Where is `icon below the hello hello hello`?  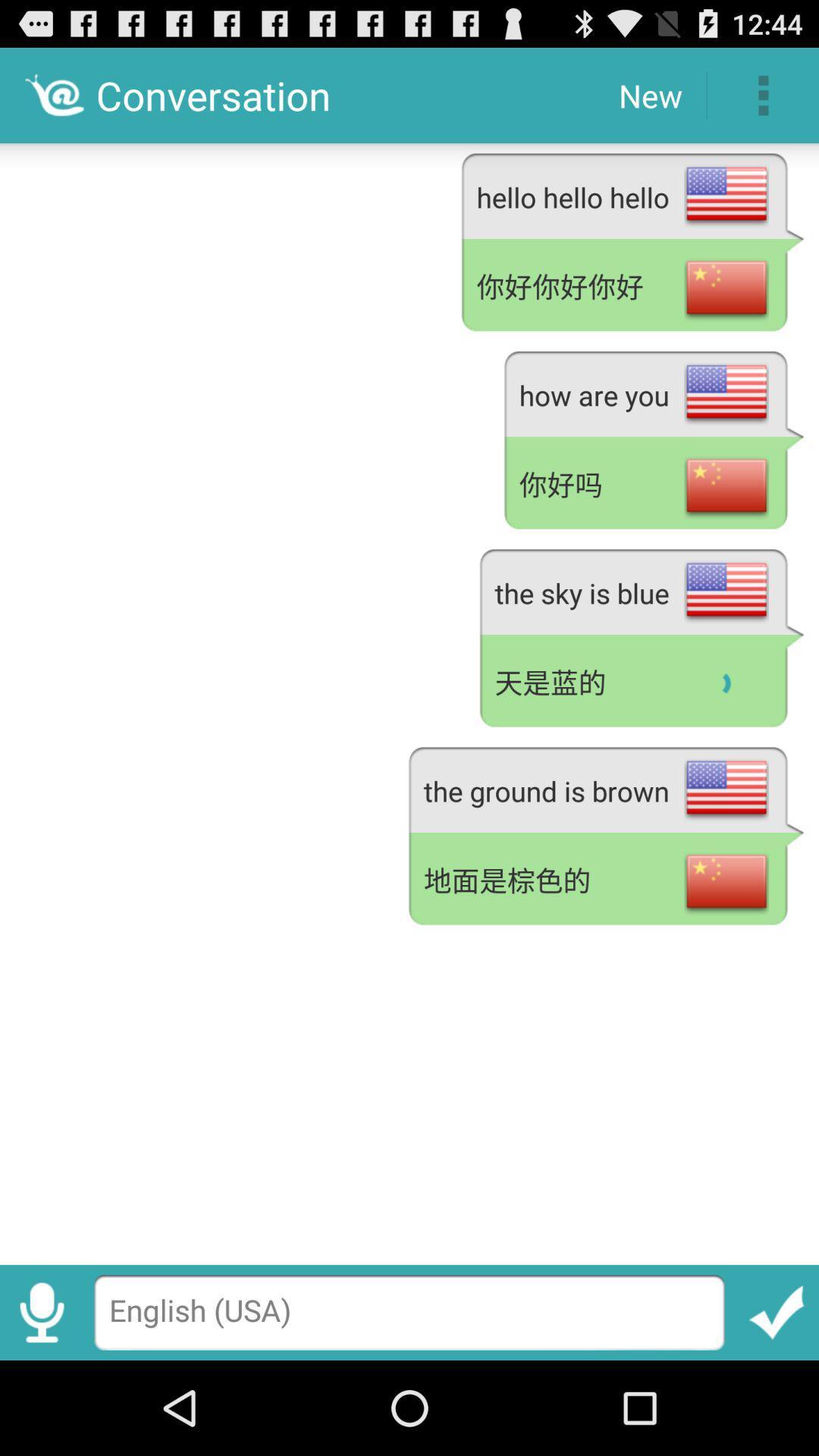 icon below the hello hello hello is located at coordinates (632, 287).